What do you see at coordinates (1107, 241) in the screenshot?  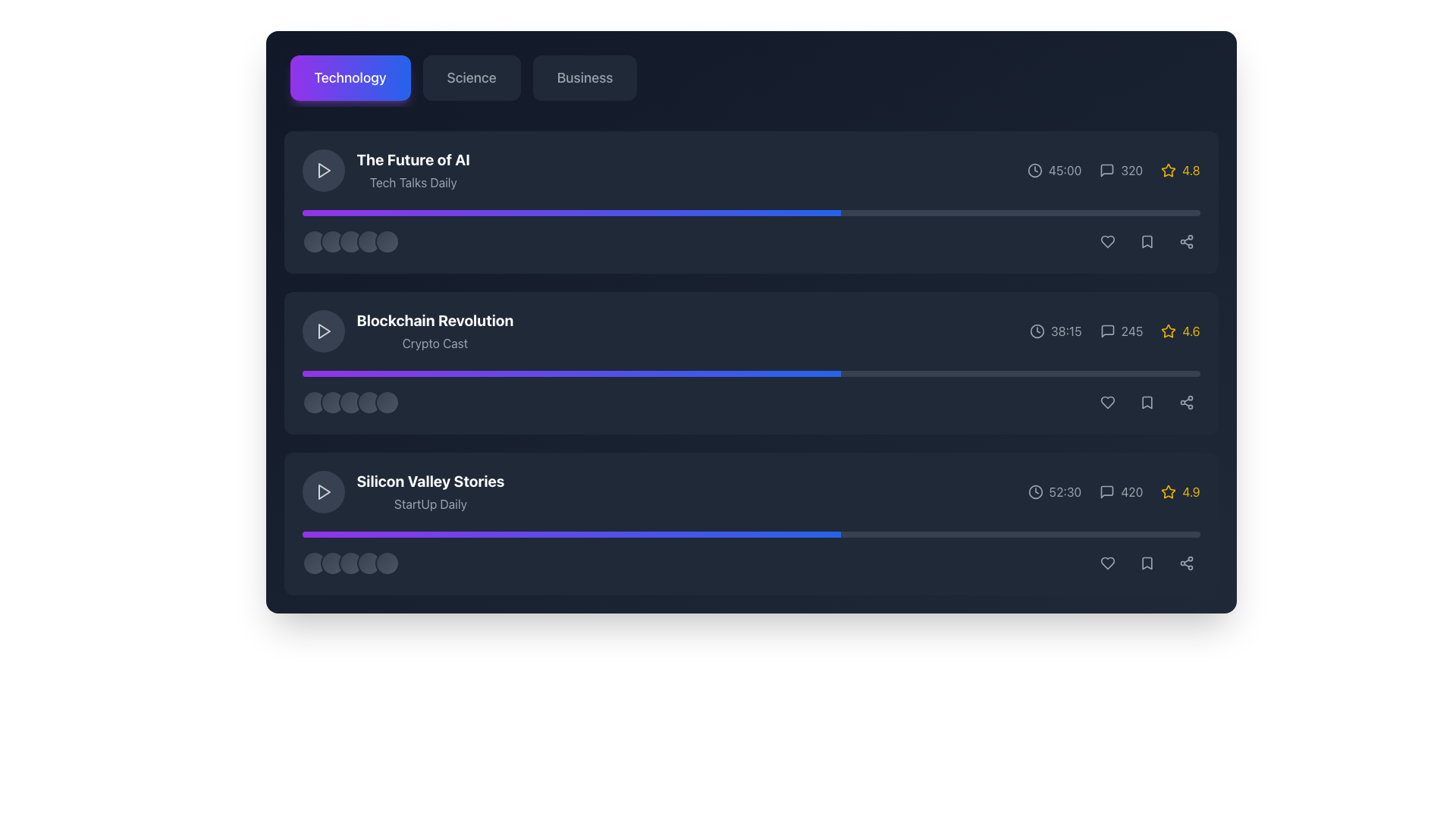 I see `the heart-shaped icon button with a hollow center and light gray outline, located in the second item of the action icons row` at bounding box center [1107, 241].